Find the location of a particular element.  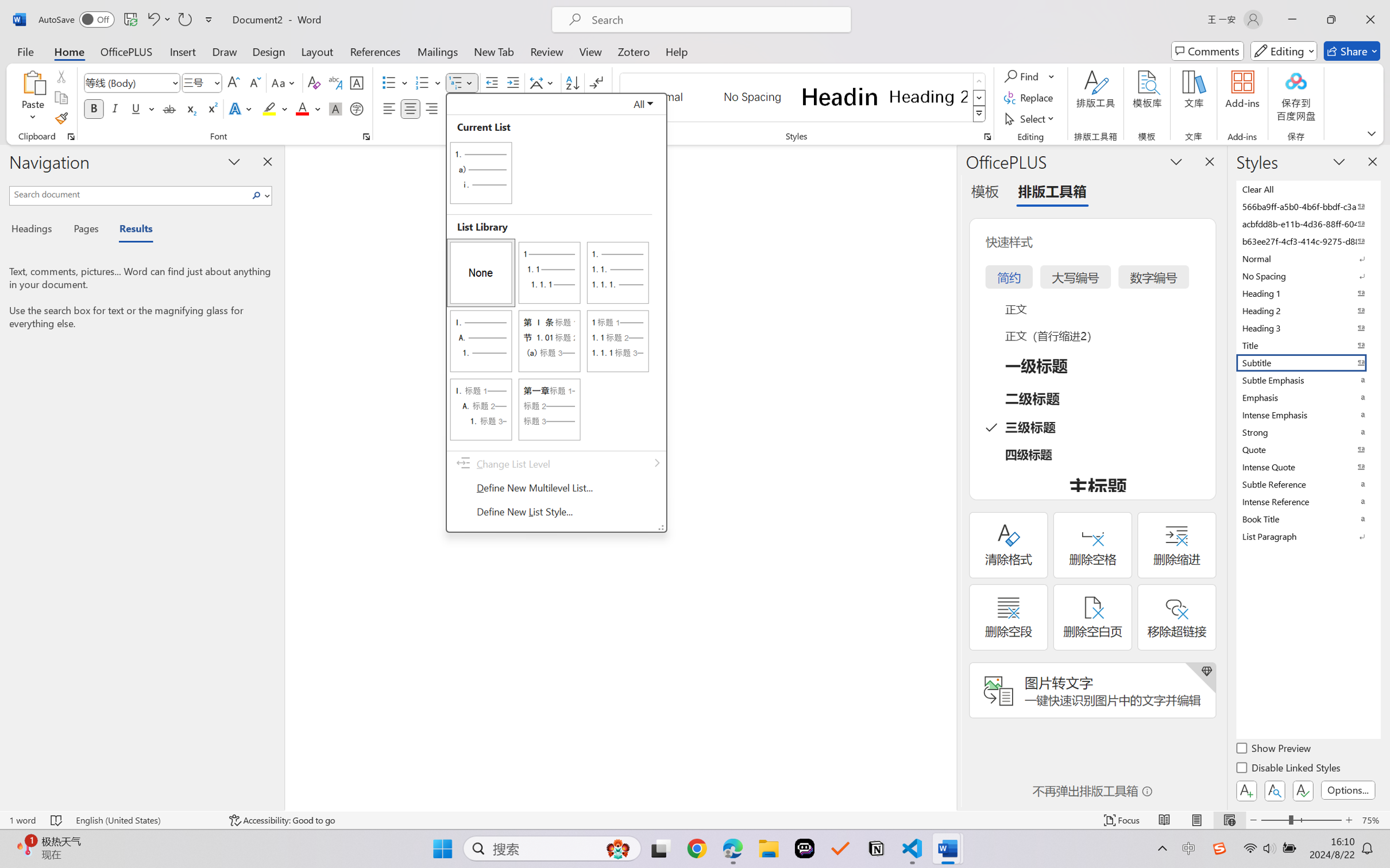

'Notifications' is located at coordinates (1377, 837).